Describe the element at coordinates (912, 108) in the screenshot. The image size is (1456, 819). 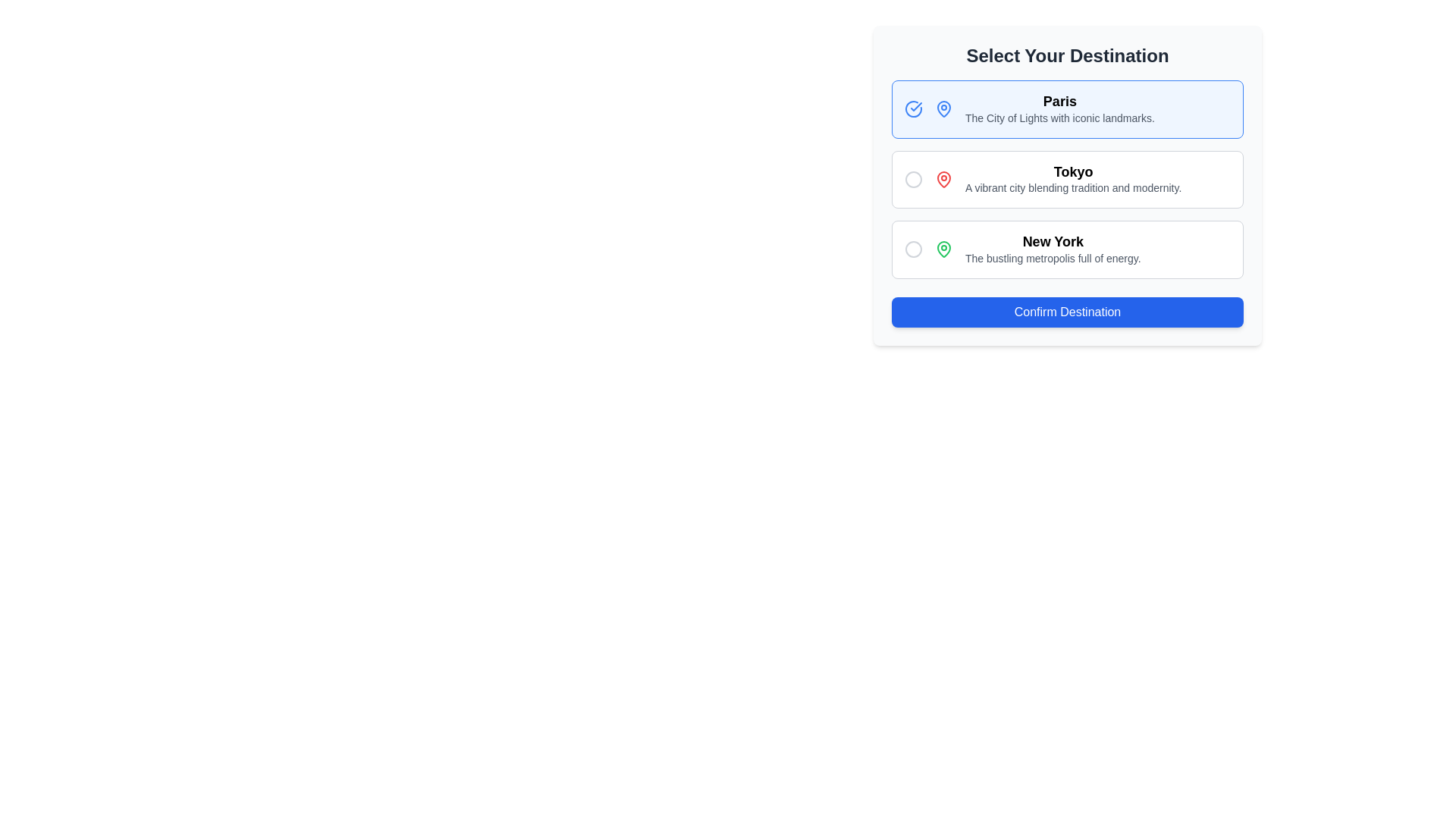
I see `the selection indicator icon` at that location.